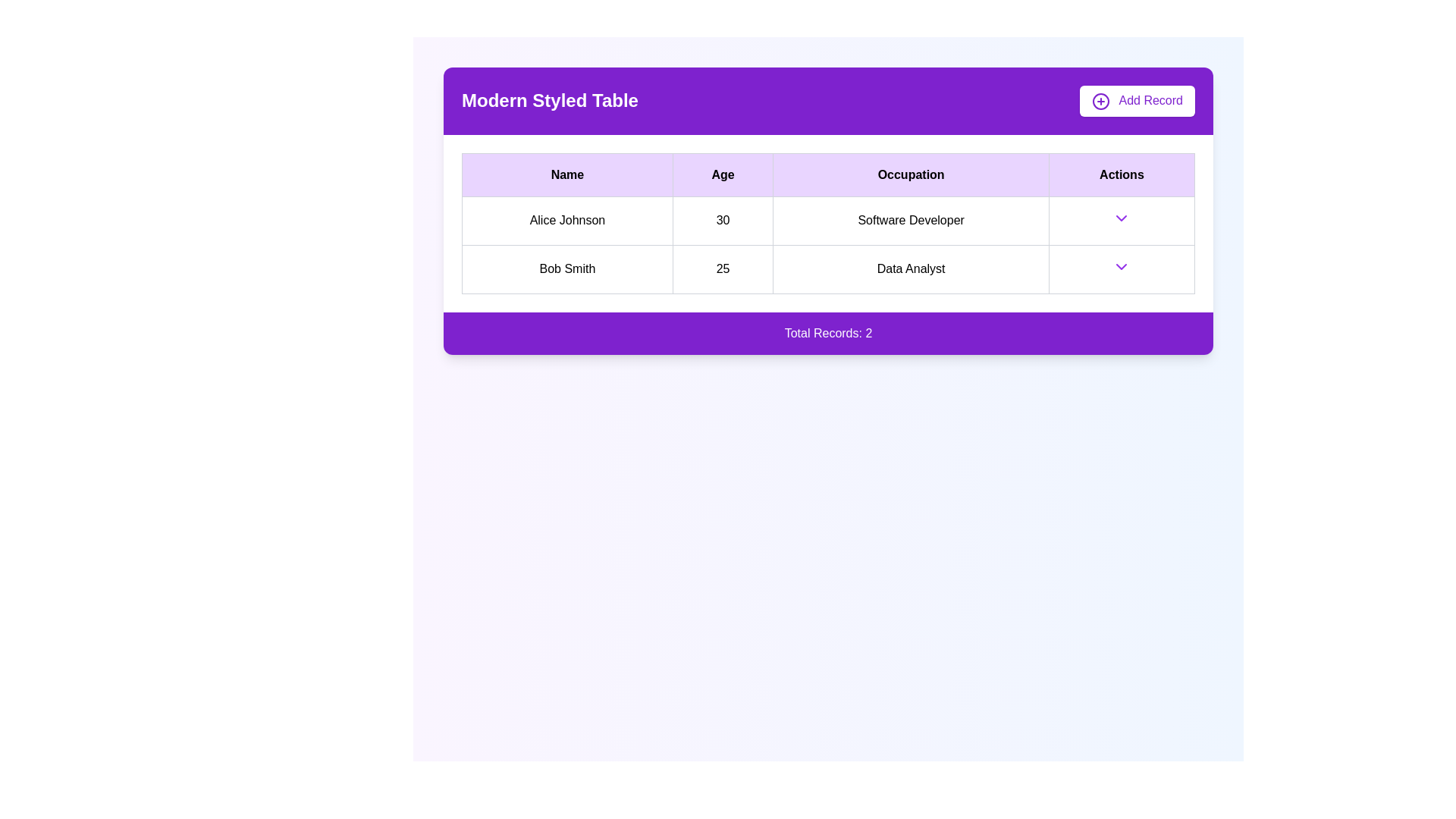 The width and height of the screenshot is (1456, 819). What do you see at coordinates (1122, 221) in the screenshot?
I see `the dropdown toggle in the 'Actions' column for the row corresponding to 'Alice Johnson', '30', and 'Software Developer'` at bounding box center [1122, 221].